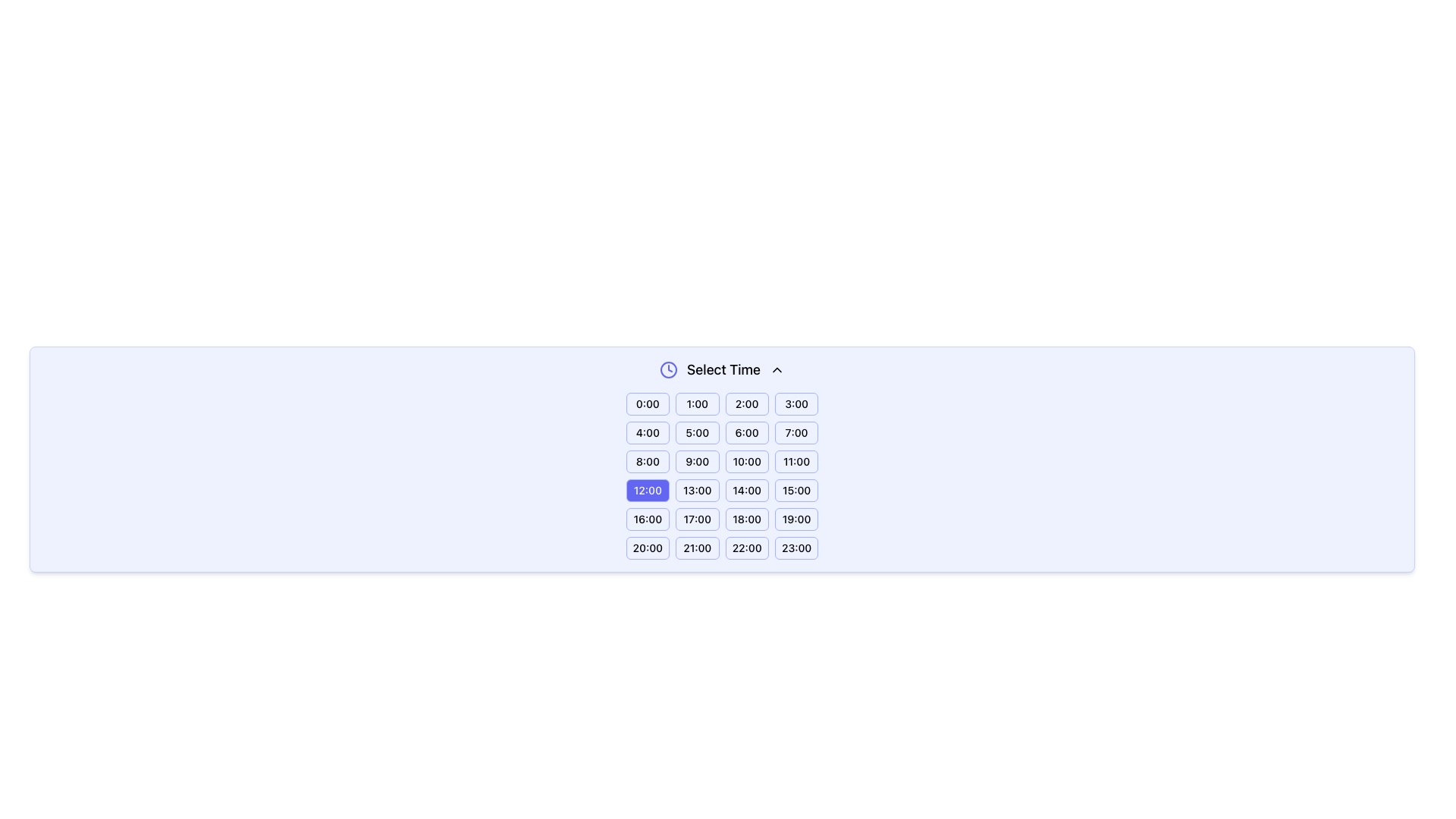  Describe the element at coordinates (747, 403) in the screenshot. I see `the third button in the first row of the time selection grid` at that location.